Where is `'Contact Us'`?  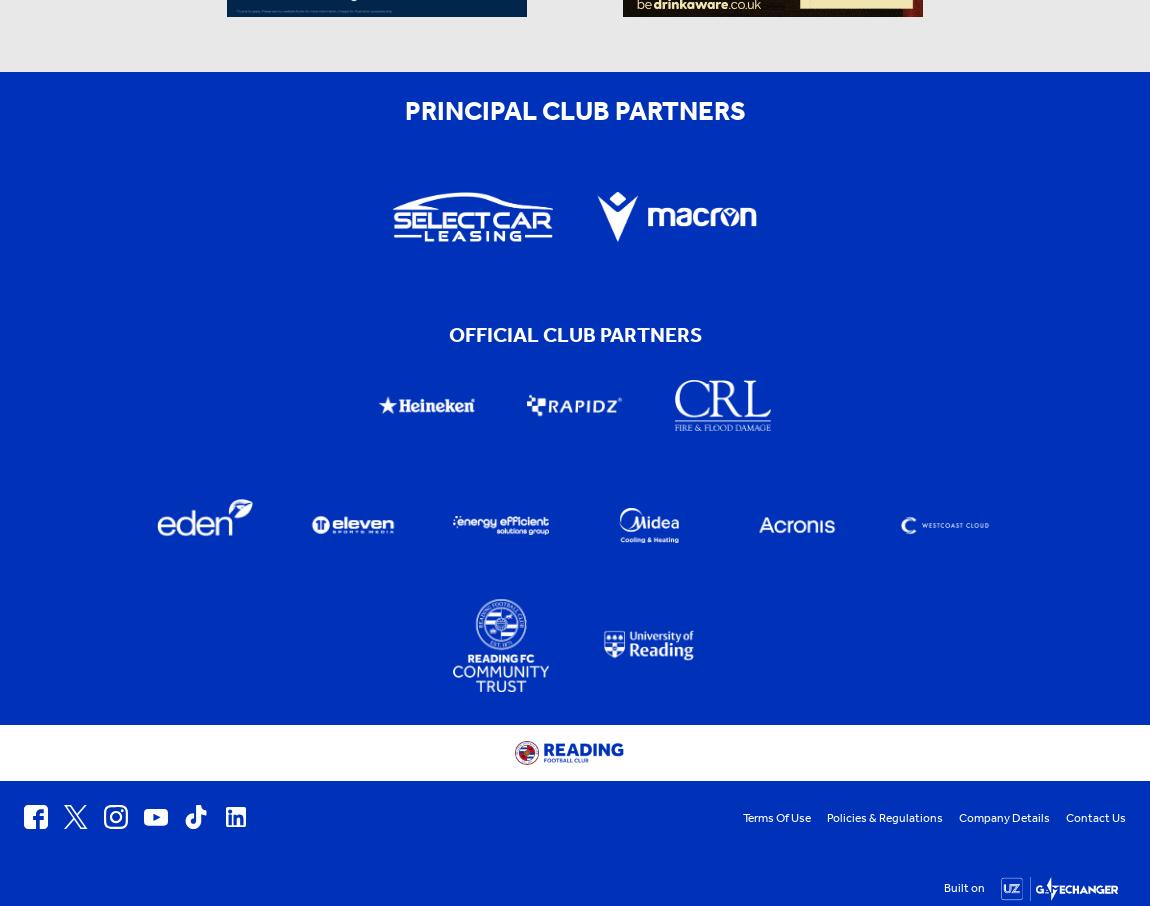 'Contact Us' is located at coordinates (1095, 817).